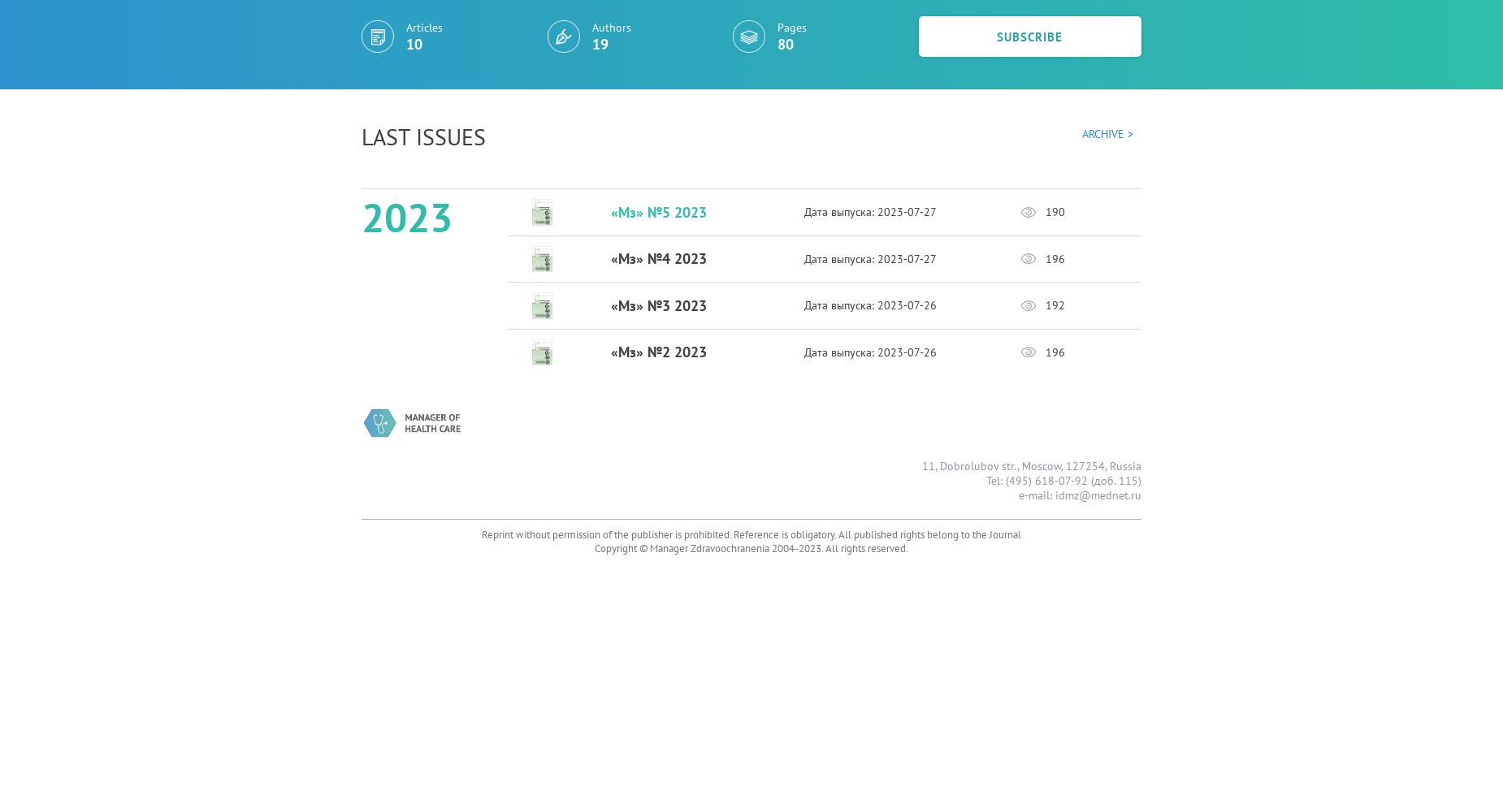 This screenshot has height=812, width=1503. I want to click on '«Мз» №5 2023', so click(657, 211).